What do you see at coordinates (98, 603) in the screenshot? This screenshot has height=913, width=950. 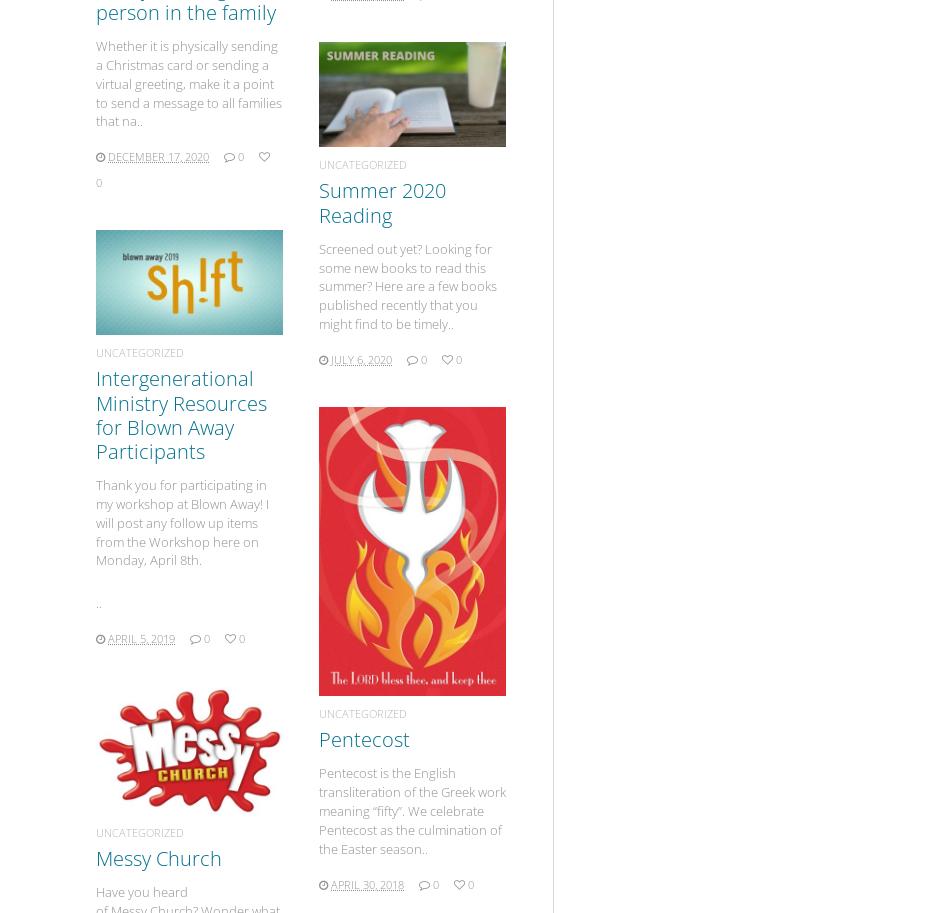 I see `'..'` at bounding box center [98, 603].